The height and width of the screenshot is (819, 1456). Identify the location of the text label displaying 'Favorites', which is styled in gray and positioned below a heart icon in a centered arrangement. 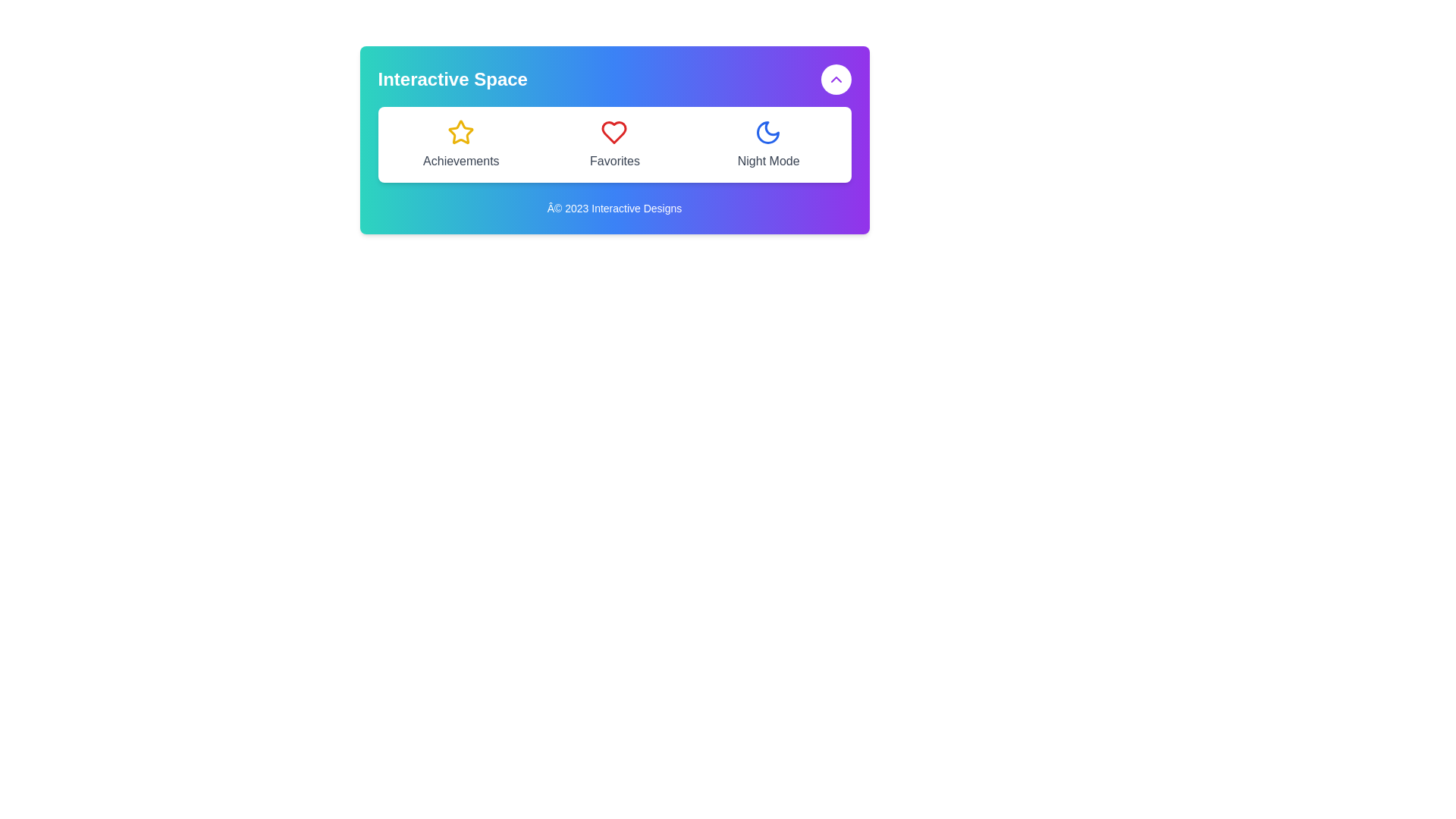
(614, 161).